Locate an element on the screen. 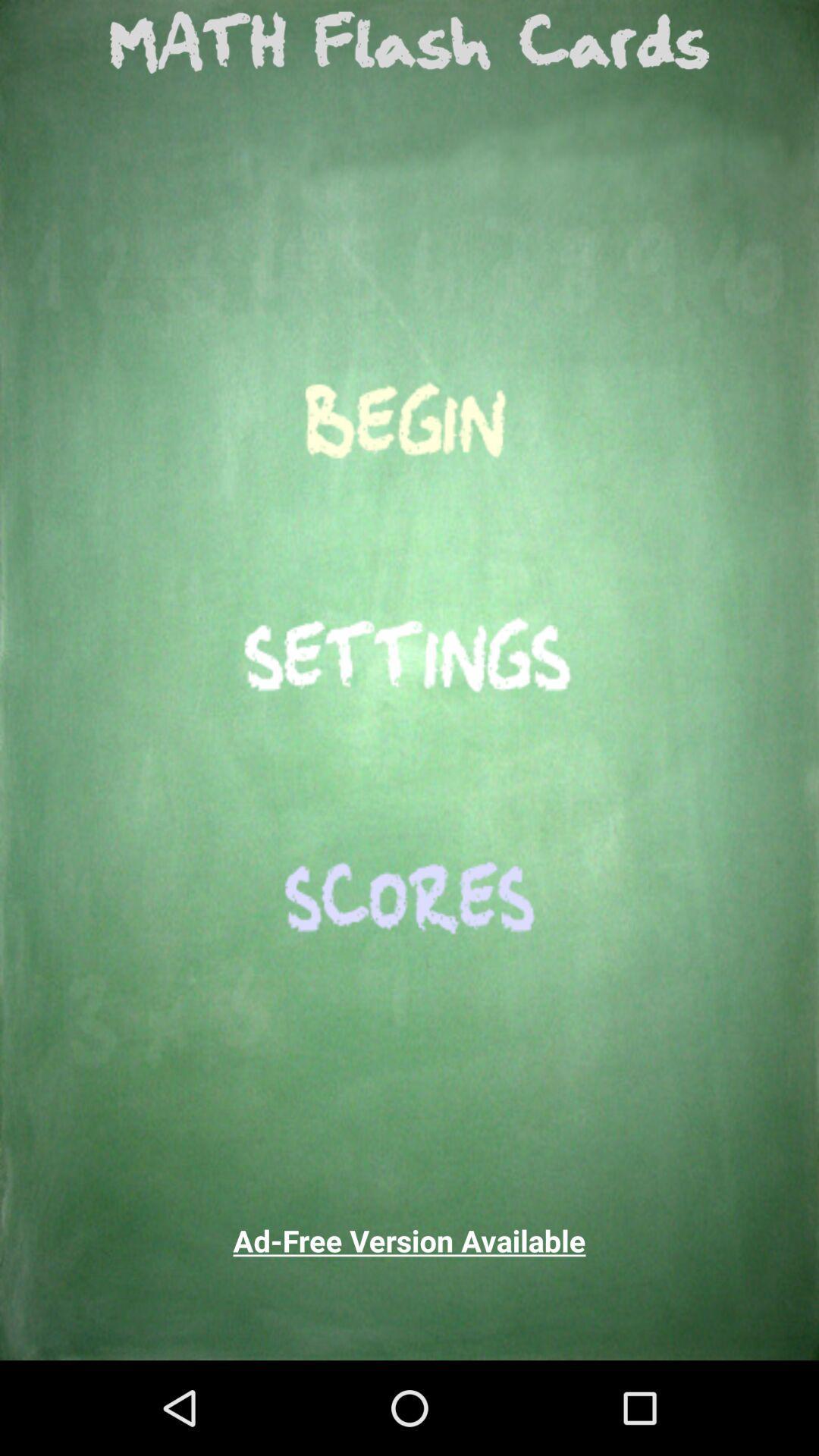 Image resolution: width=819 pixels, height=1456 pixels. the ad free version at the bottom is located at coordinates (409, 1241).